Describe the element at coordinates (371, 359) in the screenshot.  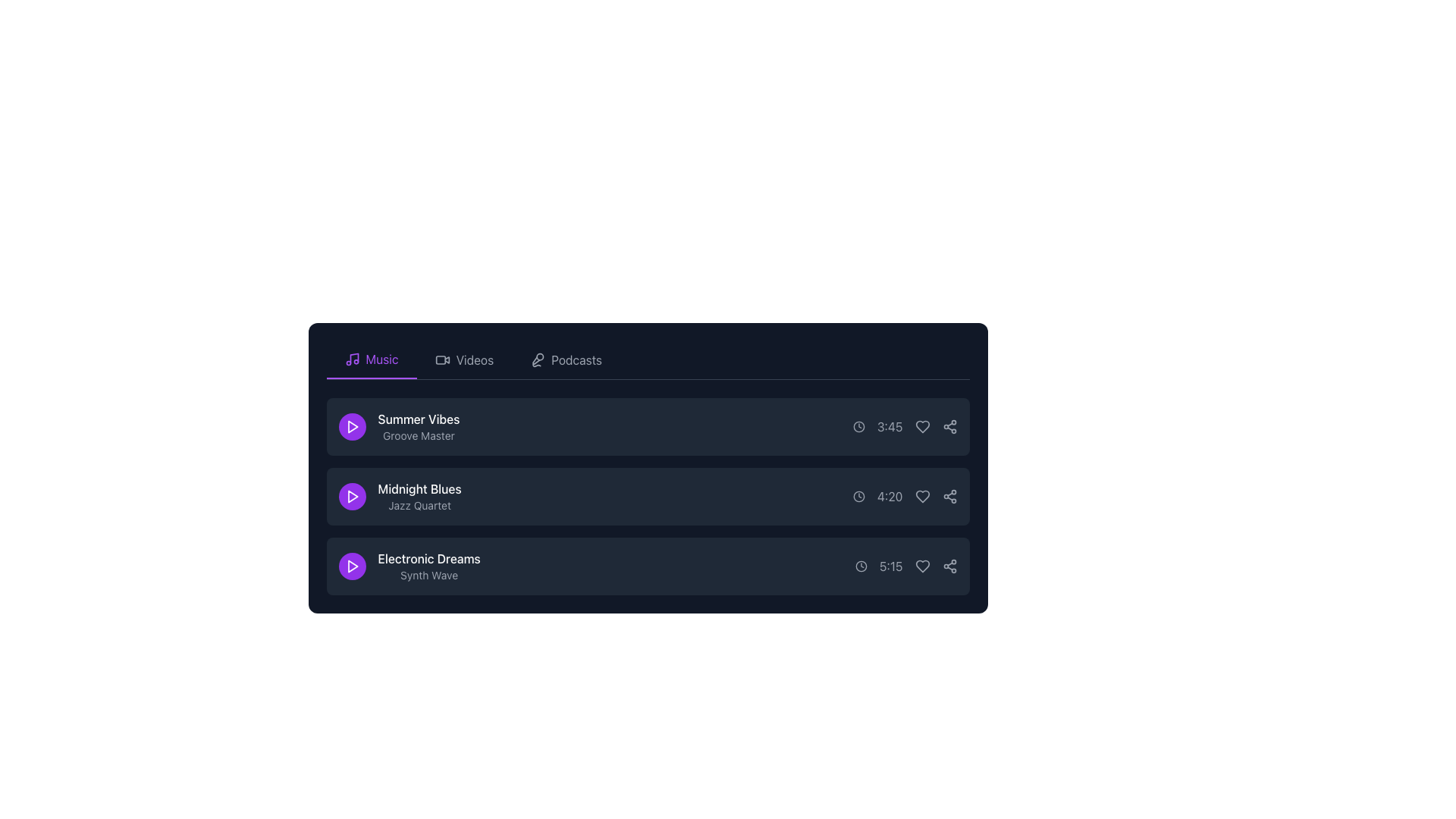
I see `the active 'Music' tab in the navigation bar` at that location.